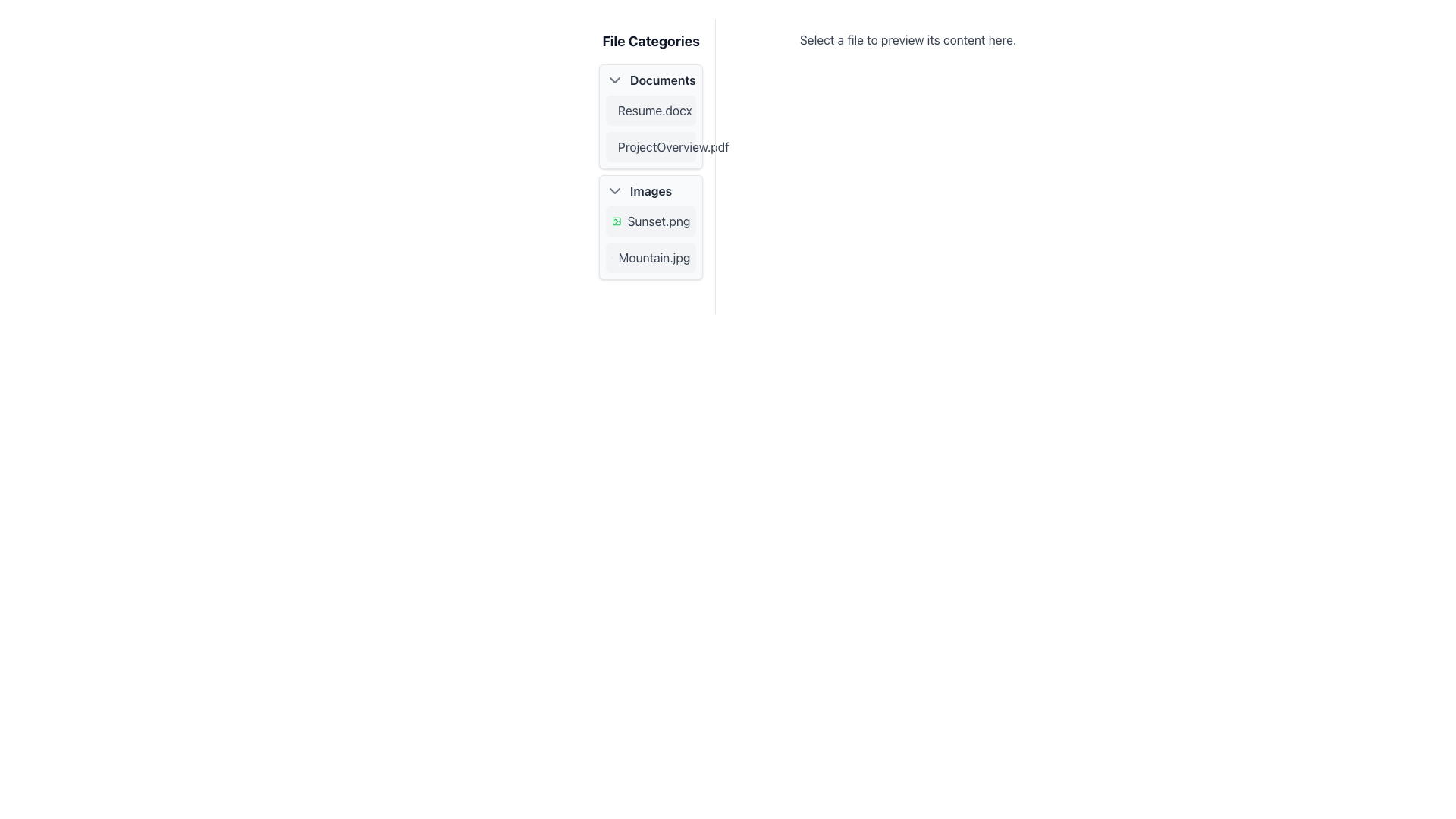 The image size is (1456, 819). Describe the element at coordinates (651, 221) in the screenshot. I see `the List item labeled 'Sunset.png' which features a green image icon and a dark gray text label` at that location.